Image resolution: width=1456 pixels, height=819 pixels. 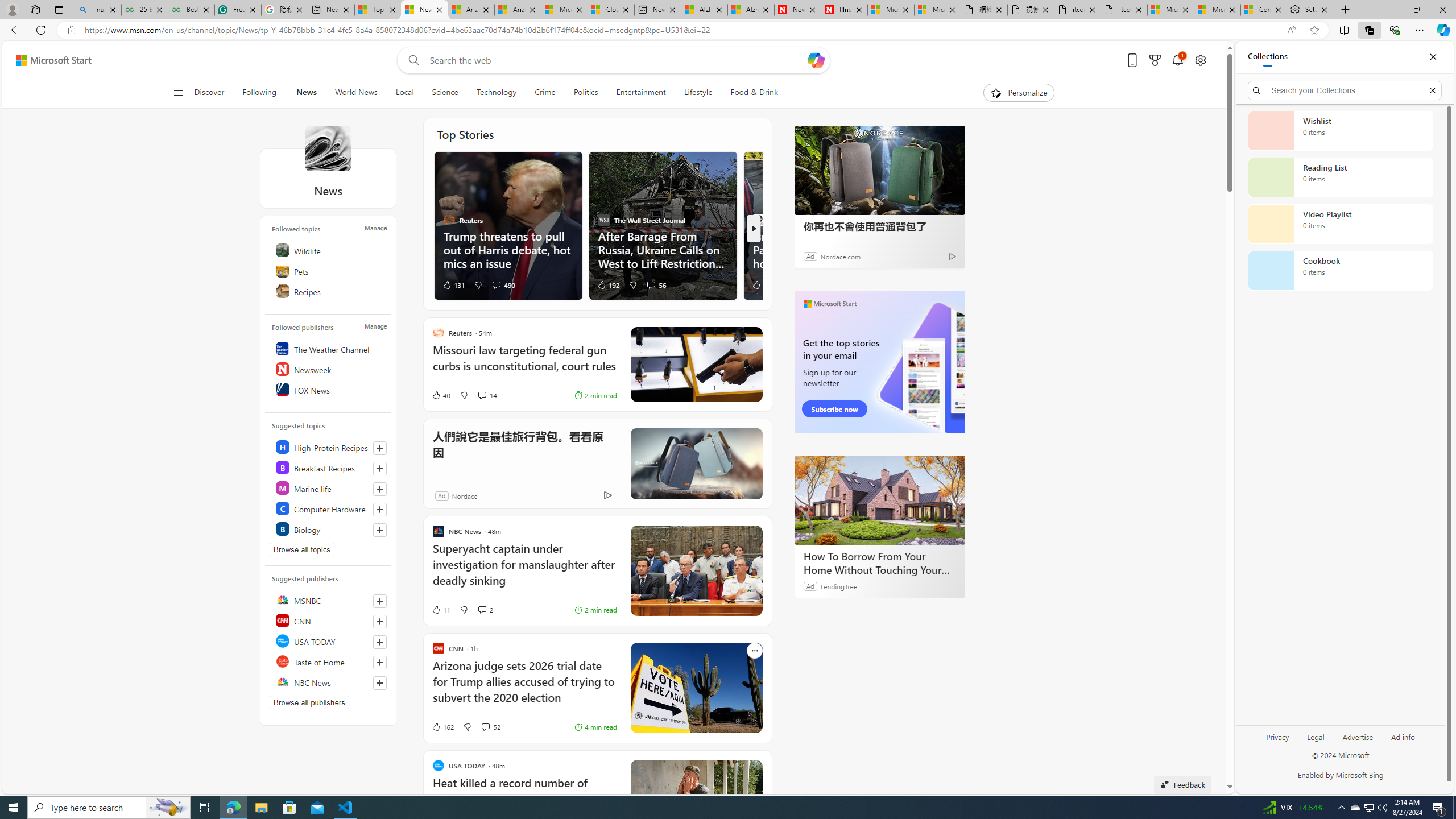 What do you see at coordinates (1314, 741) in the screenshot?
I see `'Legal'` at bounding box center [1314, 741].